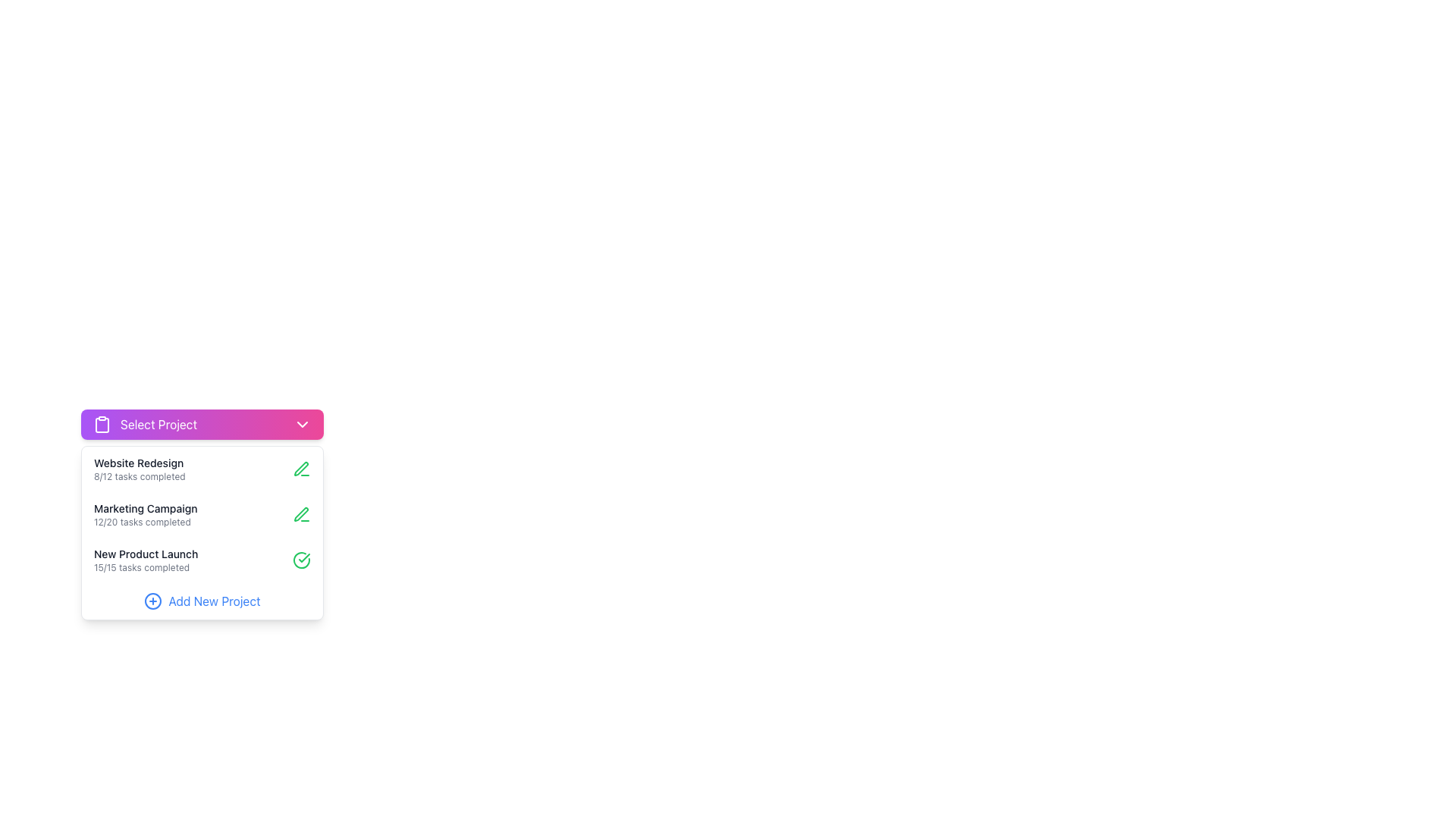 The width and height of the screenshot is (1456, 819). Describe the element at coordinates (140, 475) in the screenshot. I see `the text label indicating the progress of the 'Website Redesign' project, which shows that 8 out of 12 tasks are completed` at that location.